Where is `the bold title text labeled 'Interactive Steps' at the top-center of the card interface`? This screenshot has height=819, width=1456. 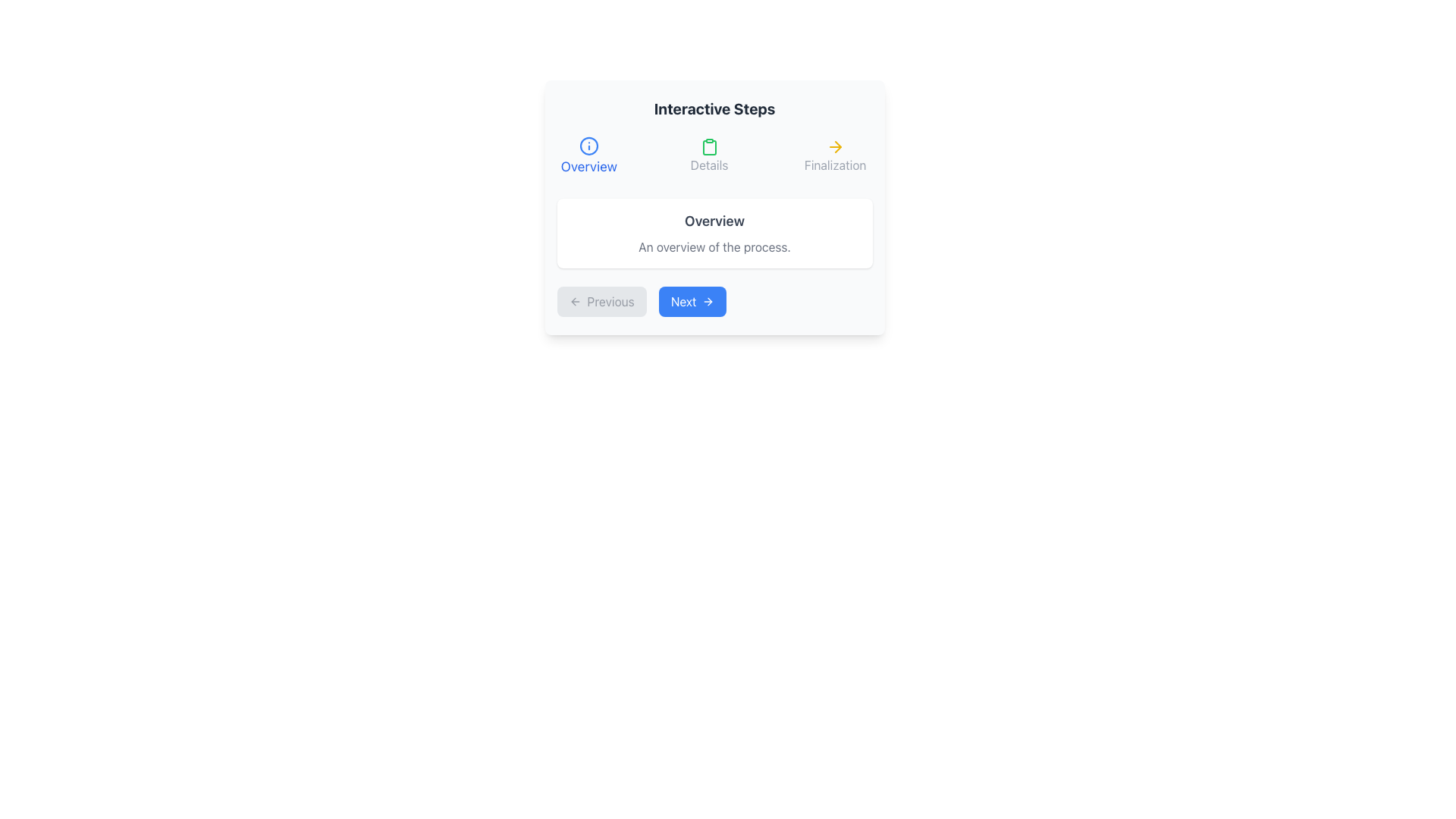
the bold title text labeled 'Interactive Steps' at the top-center of the card interface is located at coordinates (714, 108).